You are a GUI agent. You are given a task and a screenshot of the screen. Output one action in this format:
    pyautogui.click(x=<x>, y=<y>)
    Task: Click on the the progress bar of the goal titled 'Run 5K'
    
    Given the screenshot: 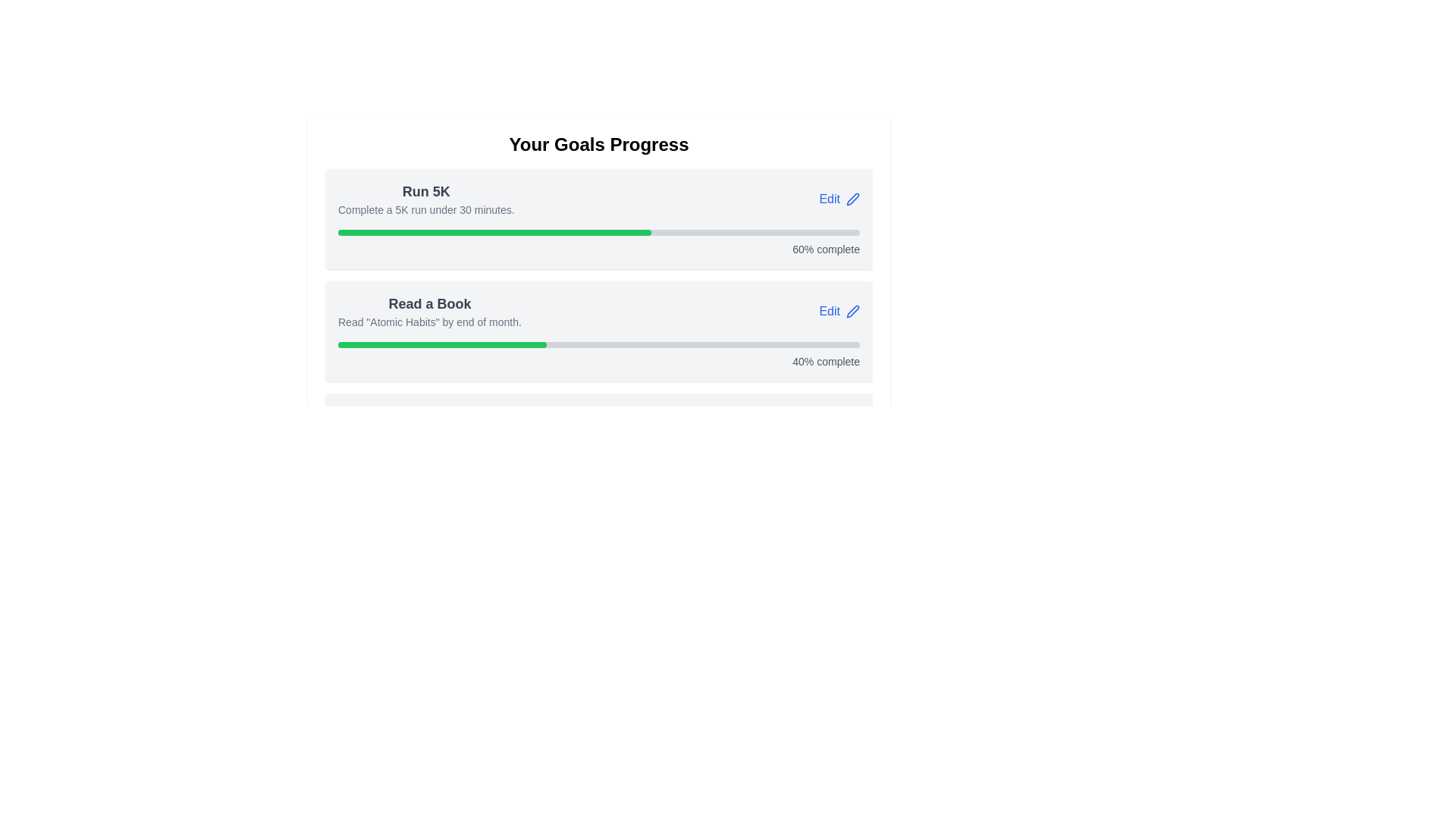 What is the action you would take?
    pyautogui.click(x=598, y=219)
    